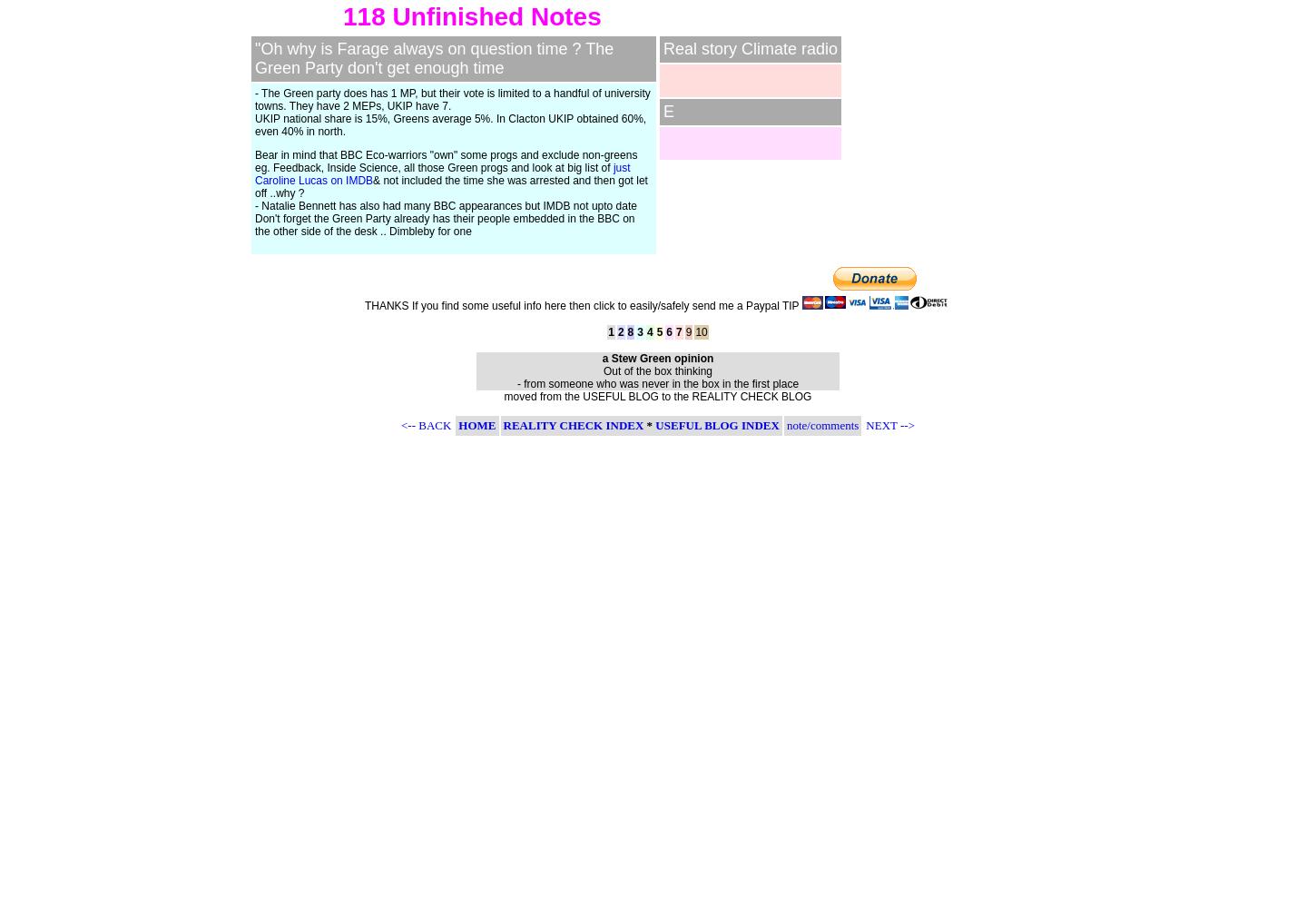  I want to click on 'HOME', so click(476, 424).